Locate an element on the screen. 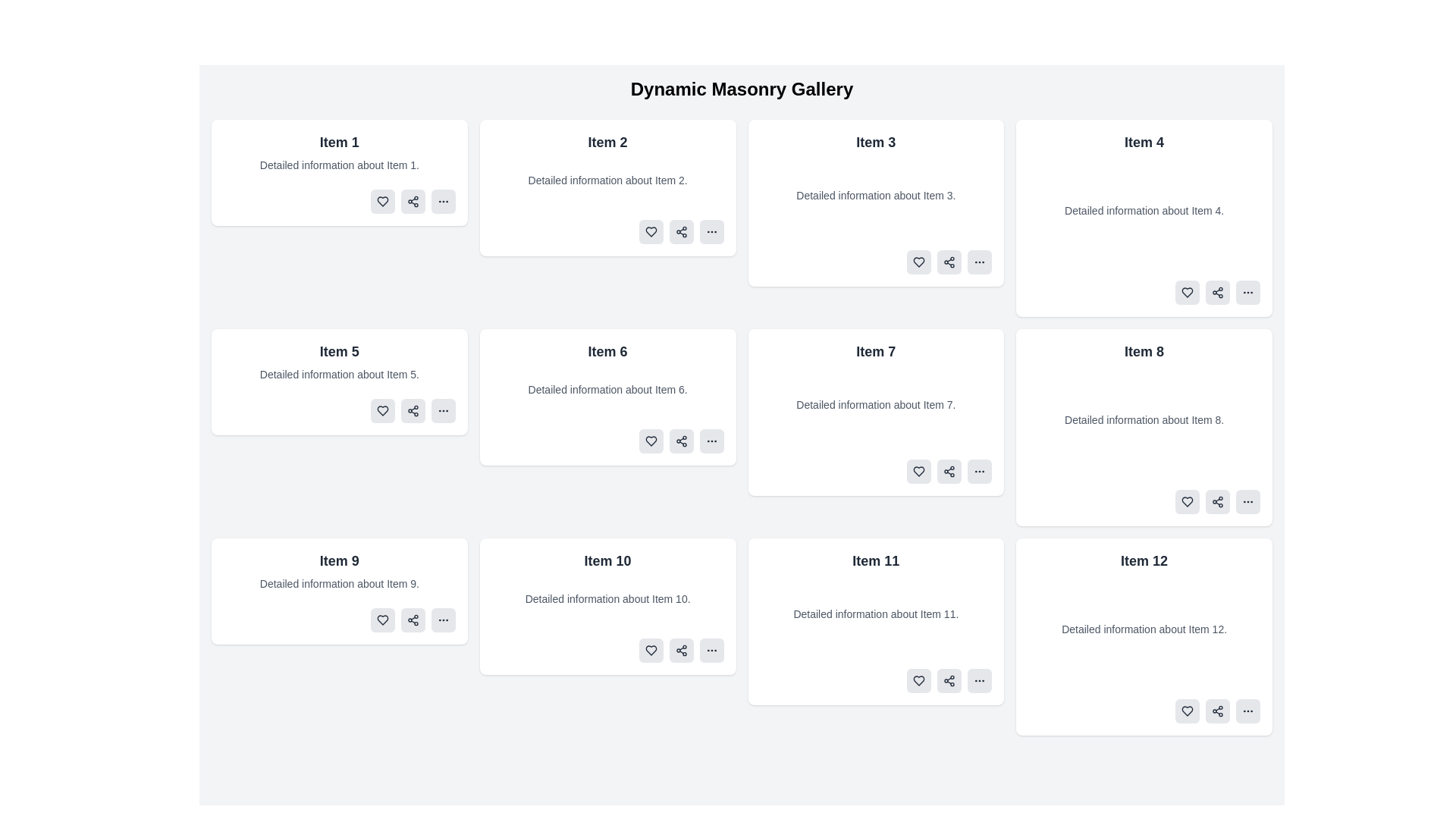  text content styled in light gray, which says 'Detailed information about Item 6.' located beneath the bold title 'Item 6' in the lower-central portion of the white card in the gallery interface is located at coordinates (607, 388).